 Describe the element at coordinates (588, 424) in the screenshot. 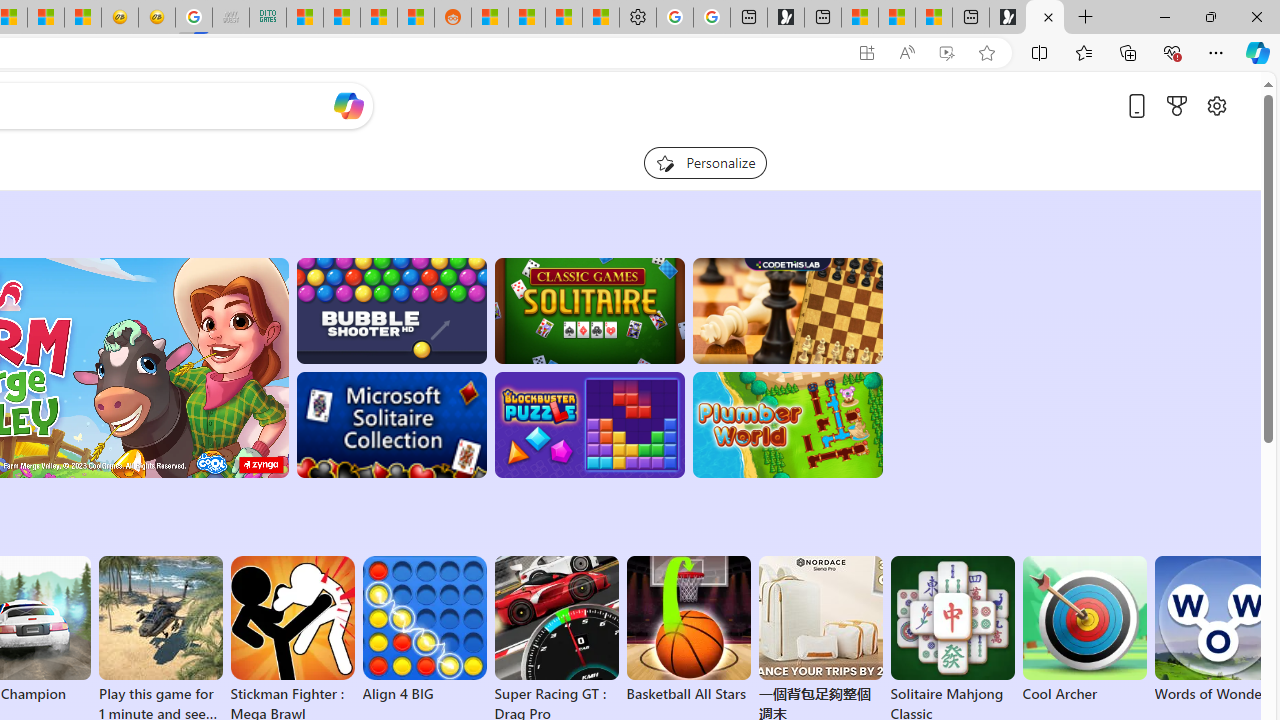

I see `'BlockBuster: Adventures Puzzle'` at that location.